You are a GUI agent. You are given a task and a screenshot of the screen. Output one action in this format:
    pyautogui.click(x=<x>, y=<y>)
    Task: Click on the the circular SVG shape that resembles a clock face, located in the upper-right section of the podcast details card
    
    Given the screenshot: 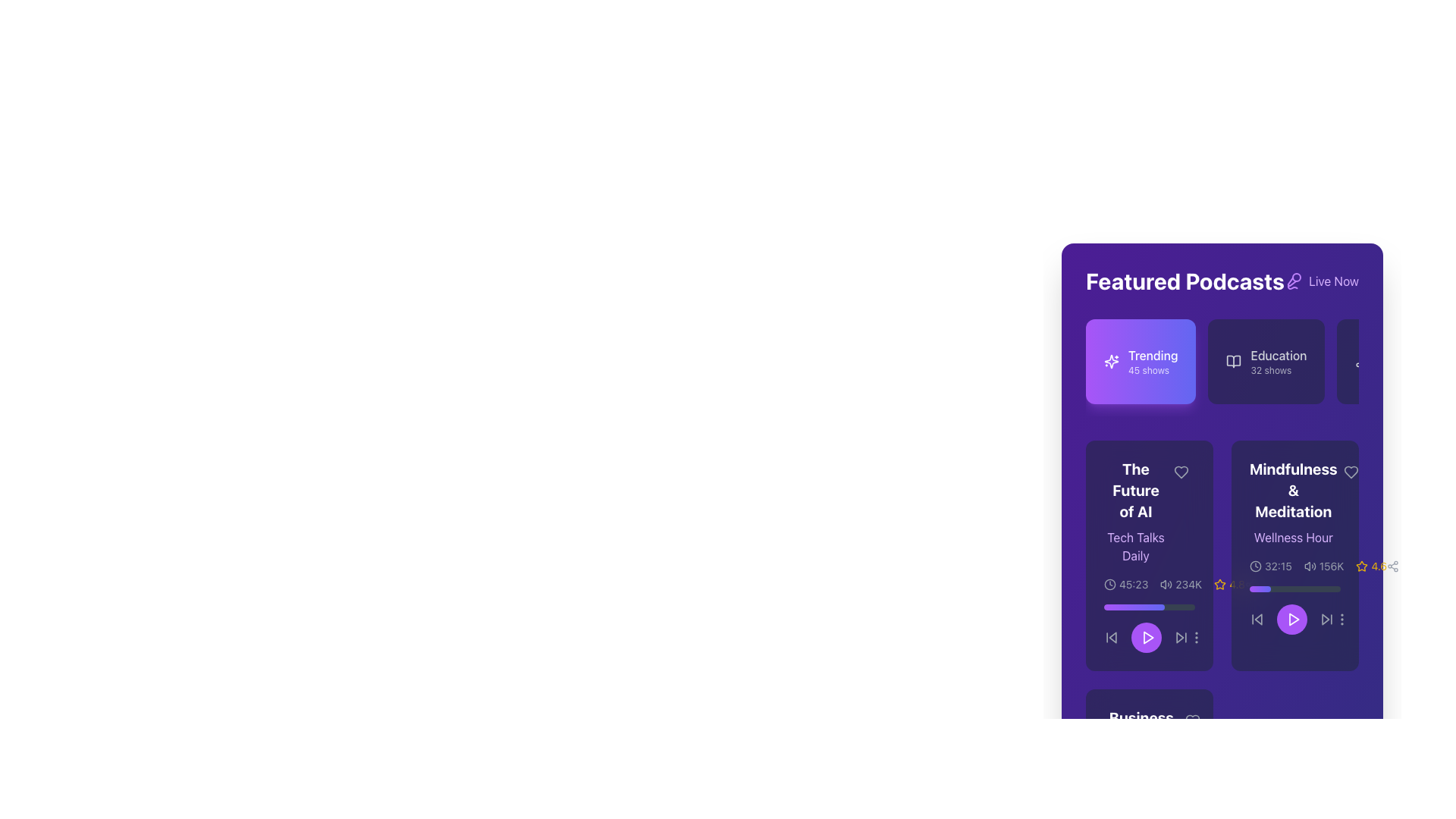 What is the action you would take?
    pyautogui.click(x=1256, y=566)
    